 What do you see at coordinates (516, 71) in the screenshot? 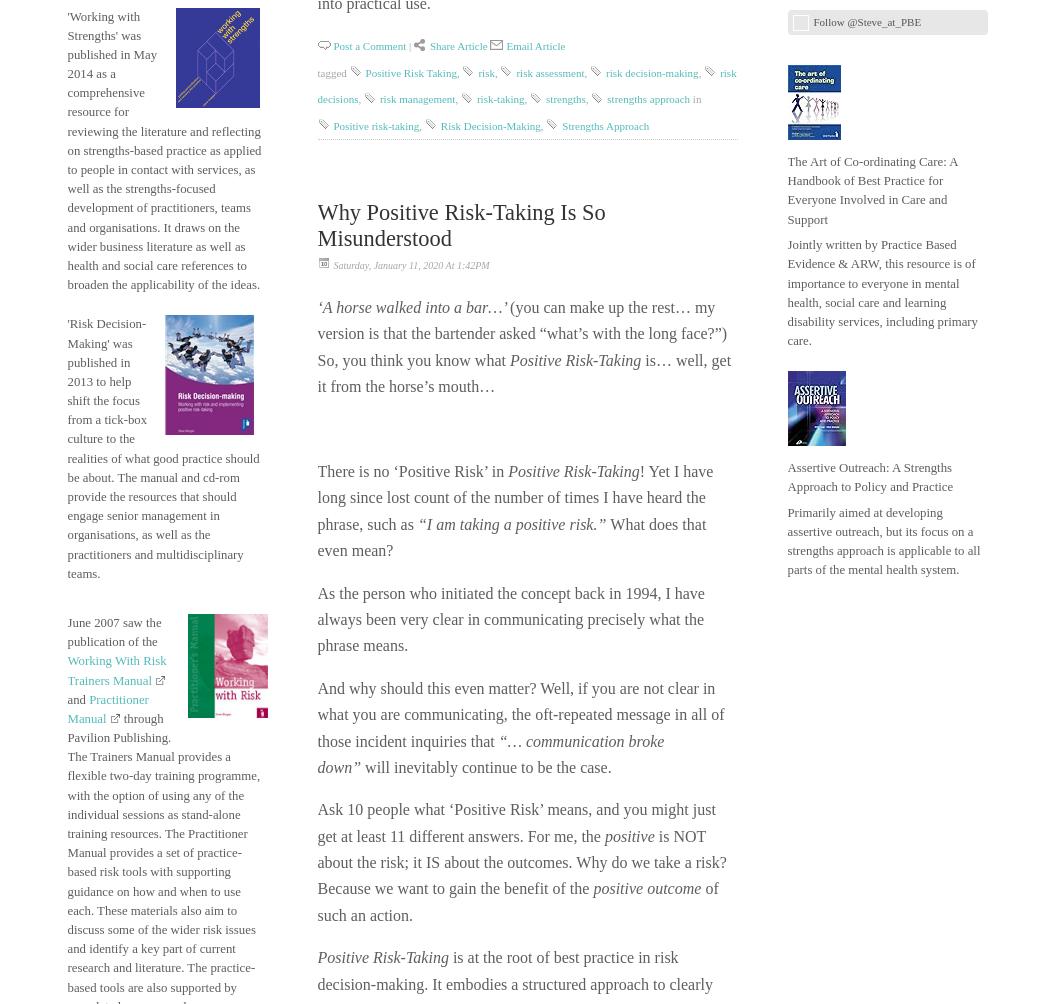
I see `'risk assessment'` at bounding box center [516, 71].